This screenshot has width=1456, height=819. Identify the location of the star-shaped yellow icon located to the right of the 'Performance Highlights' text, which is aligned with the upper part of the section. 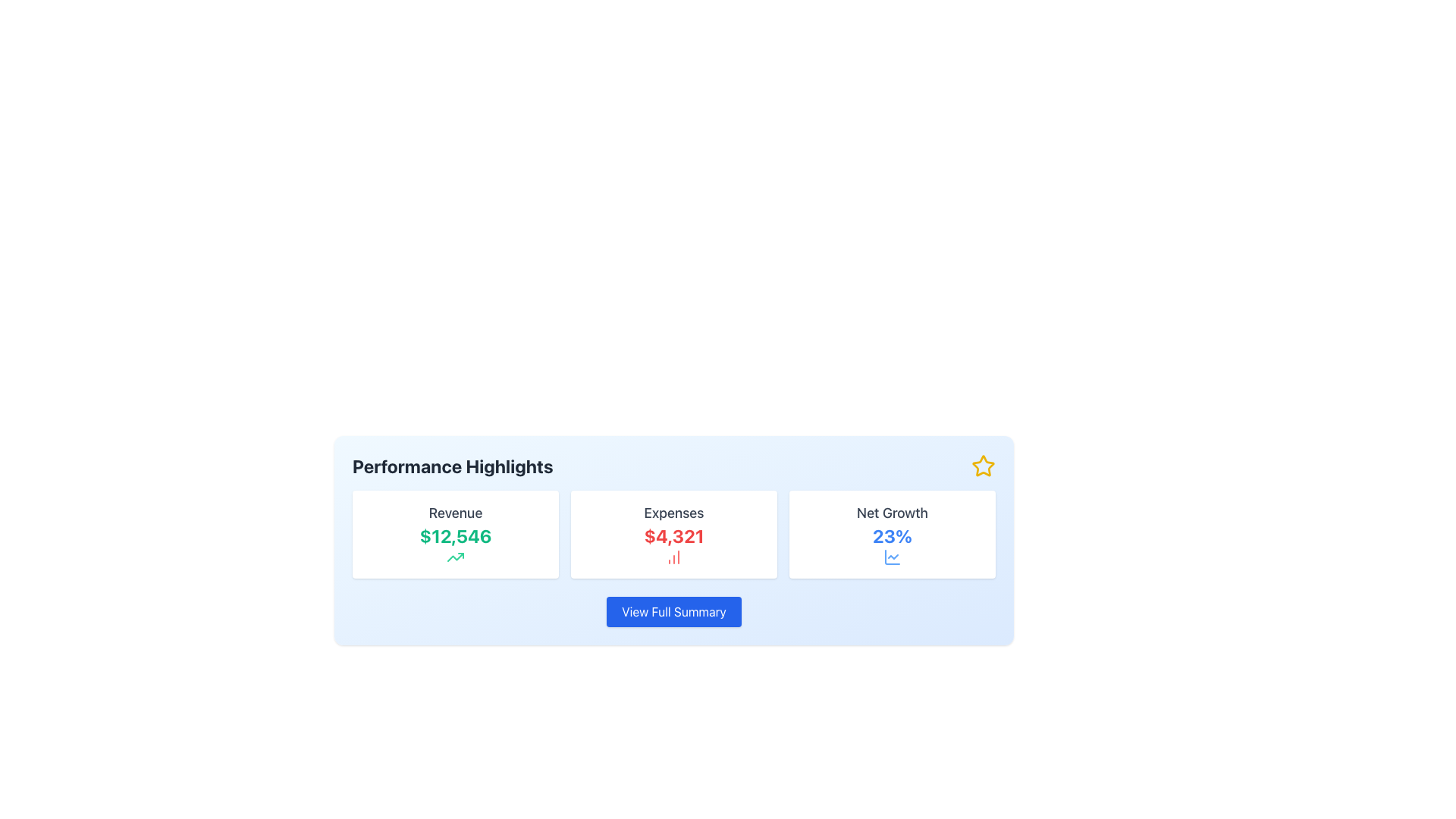
(983, 465).